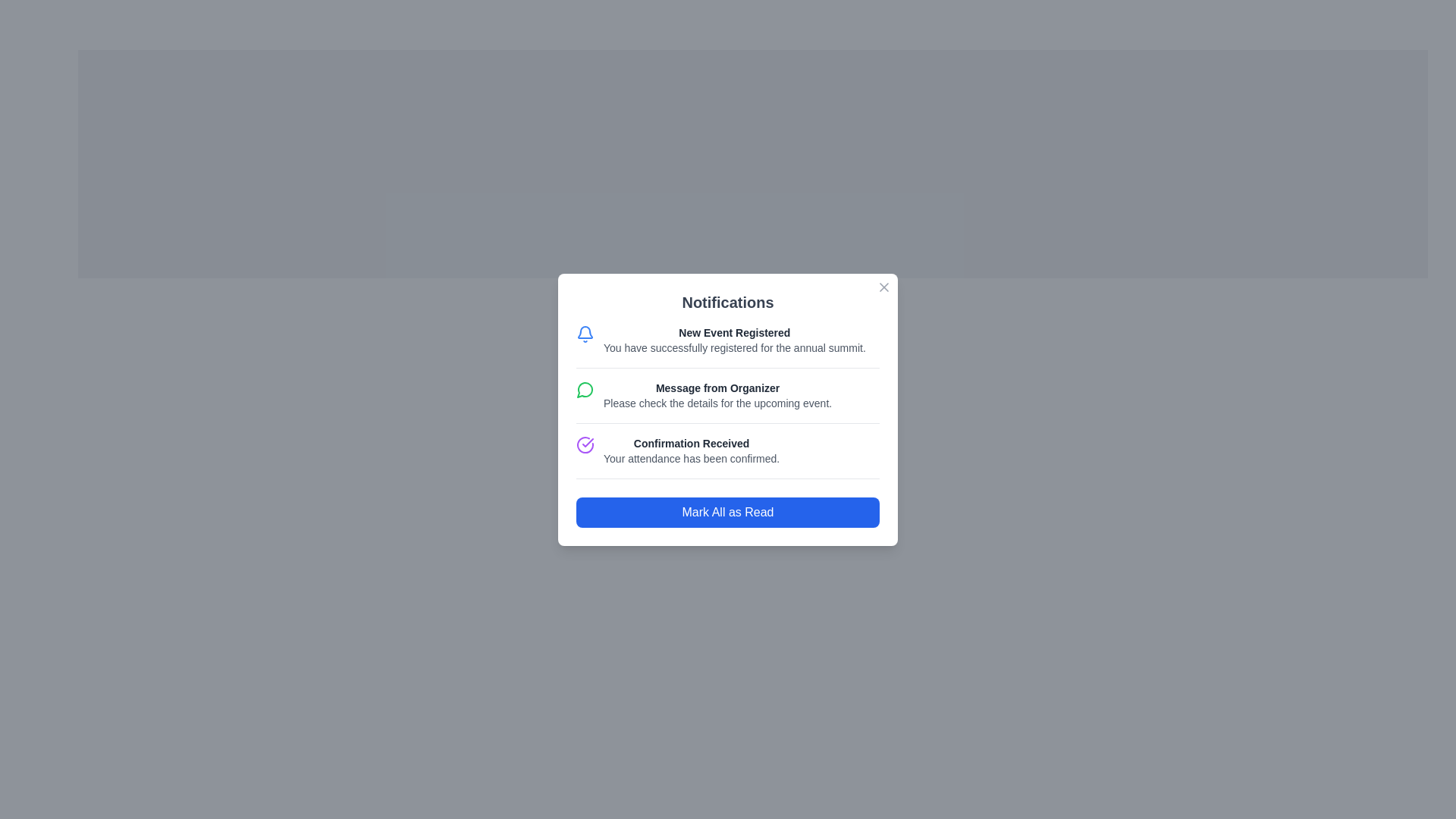 This screenshot has width=1456, height=819. I want to click on the text label that displays 'Your attendance has been confirmed.' located below the header 'Confirmation Received' in the notifications card, so click(691, 457).